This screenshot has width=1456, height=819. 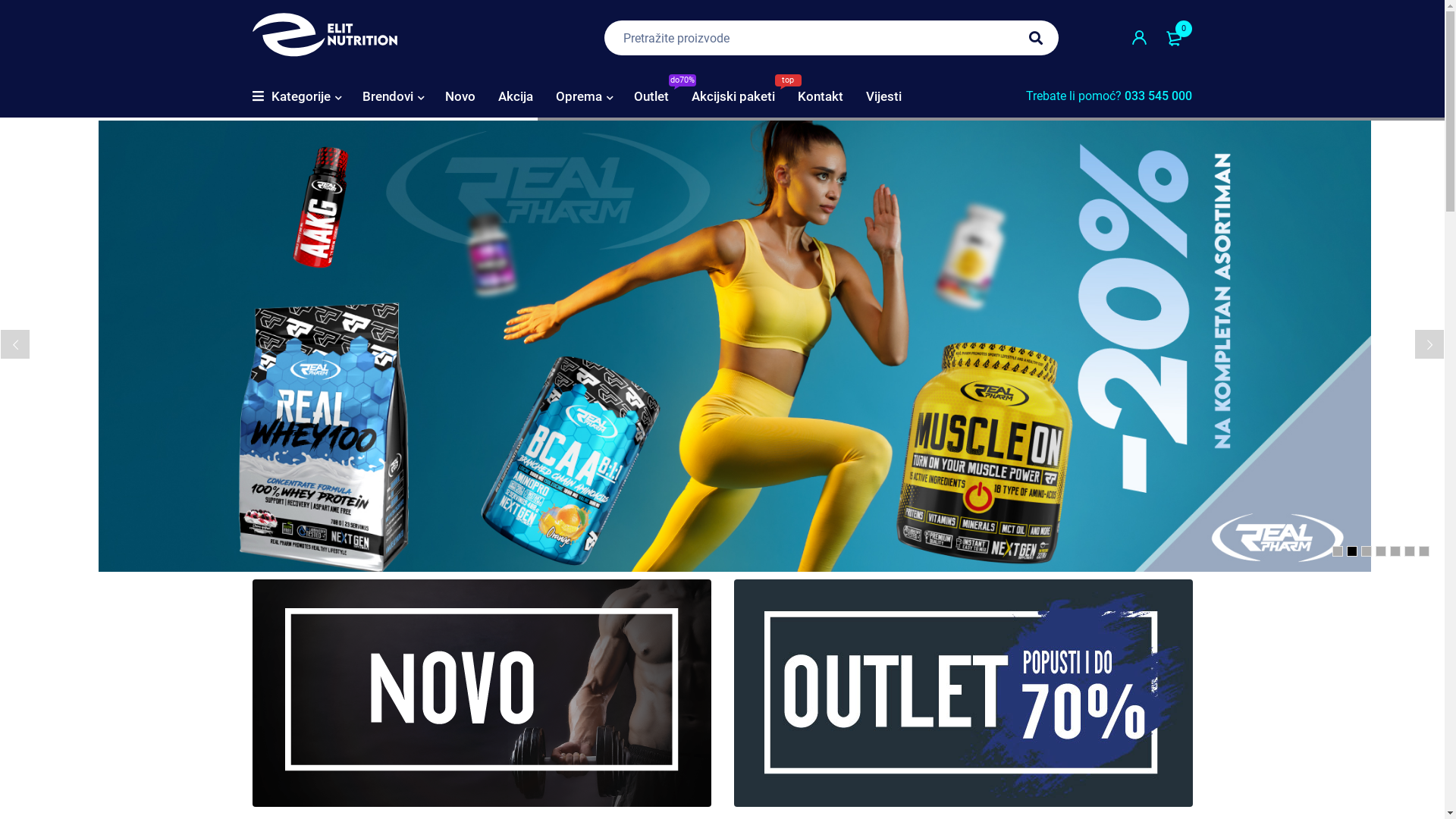 What do you see at coordinates (388, 96) in the screenshot?
I see `'Brendovi'` at bounding box center [388, 96].